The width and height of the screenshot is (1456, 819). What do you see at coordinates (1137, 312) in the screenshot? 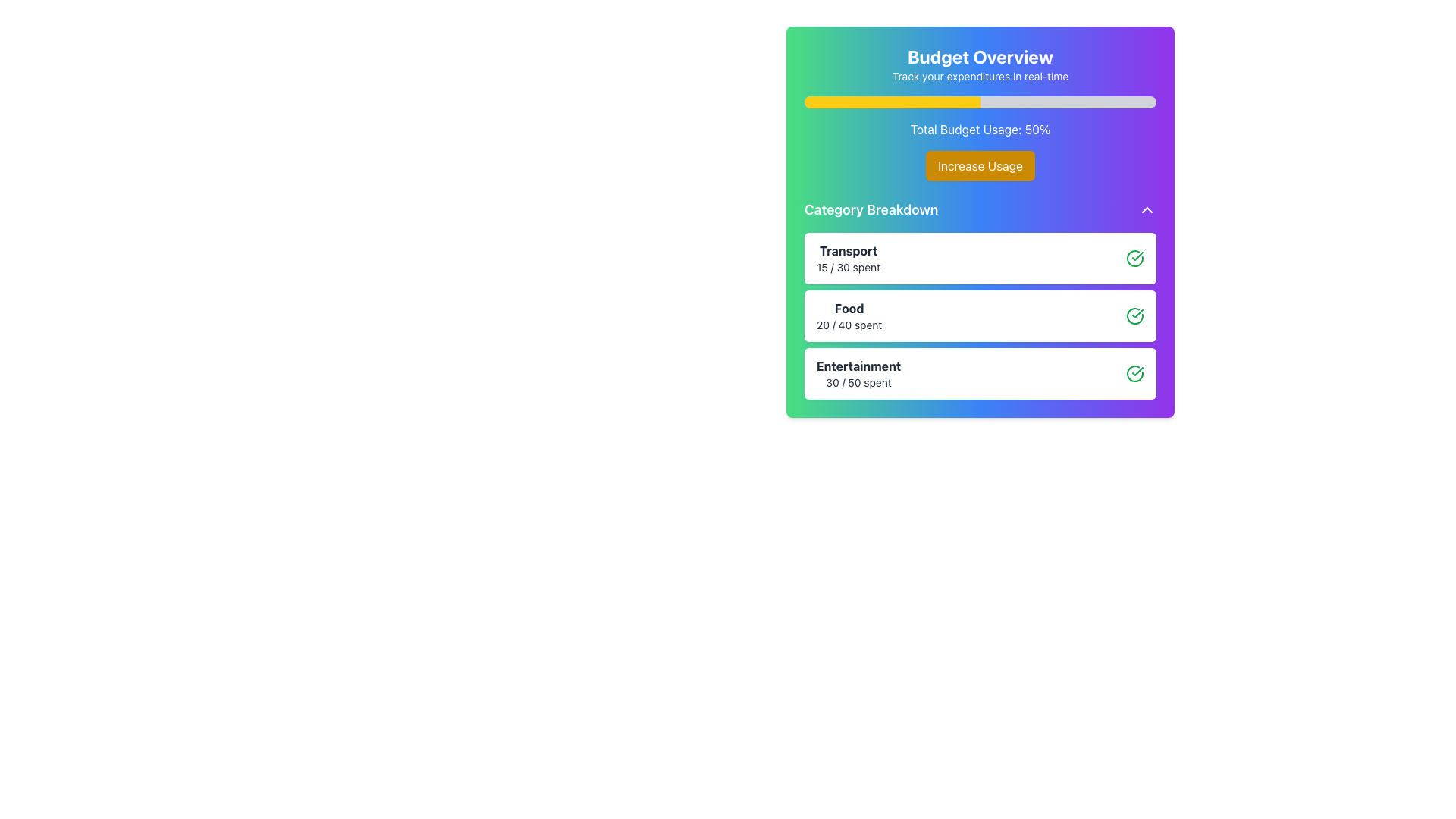
I see `the green tick mark icon indicating confirmation, located in the 'Category Breakdown' section to the right of the 'Transport' line item` at bounding box center [1137, 312].